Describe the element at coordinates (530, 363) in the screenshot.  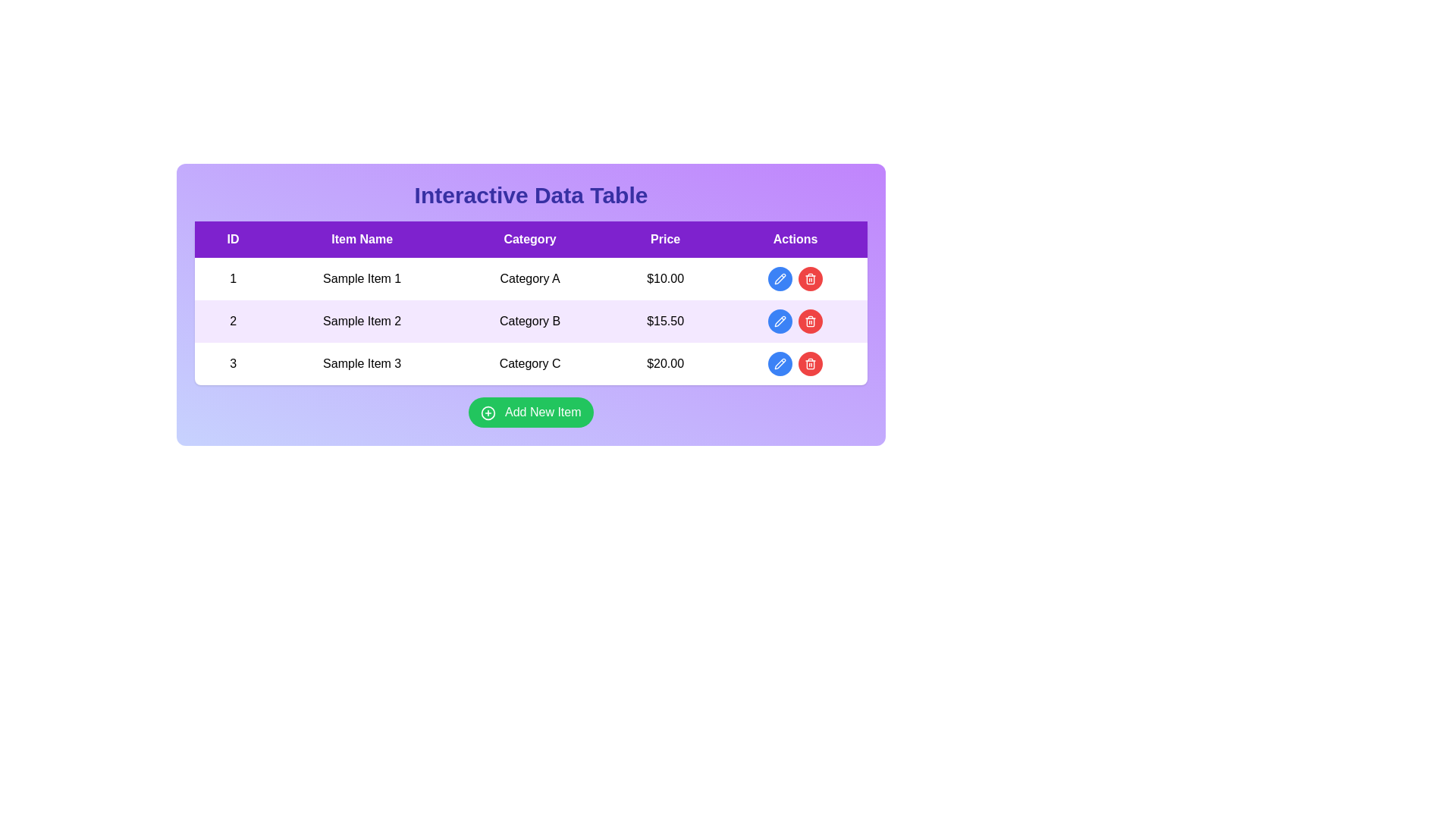
I see `the table cell containing the text 'Category C'` at that location.